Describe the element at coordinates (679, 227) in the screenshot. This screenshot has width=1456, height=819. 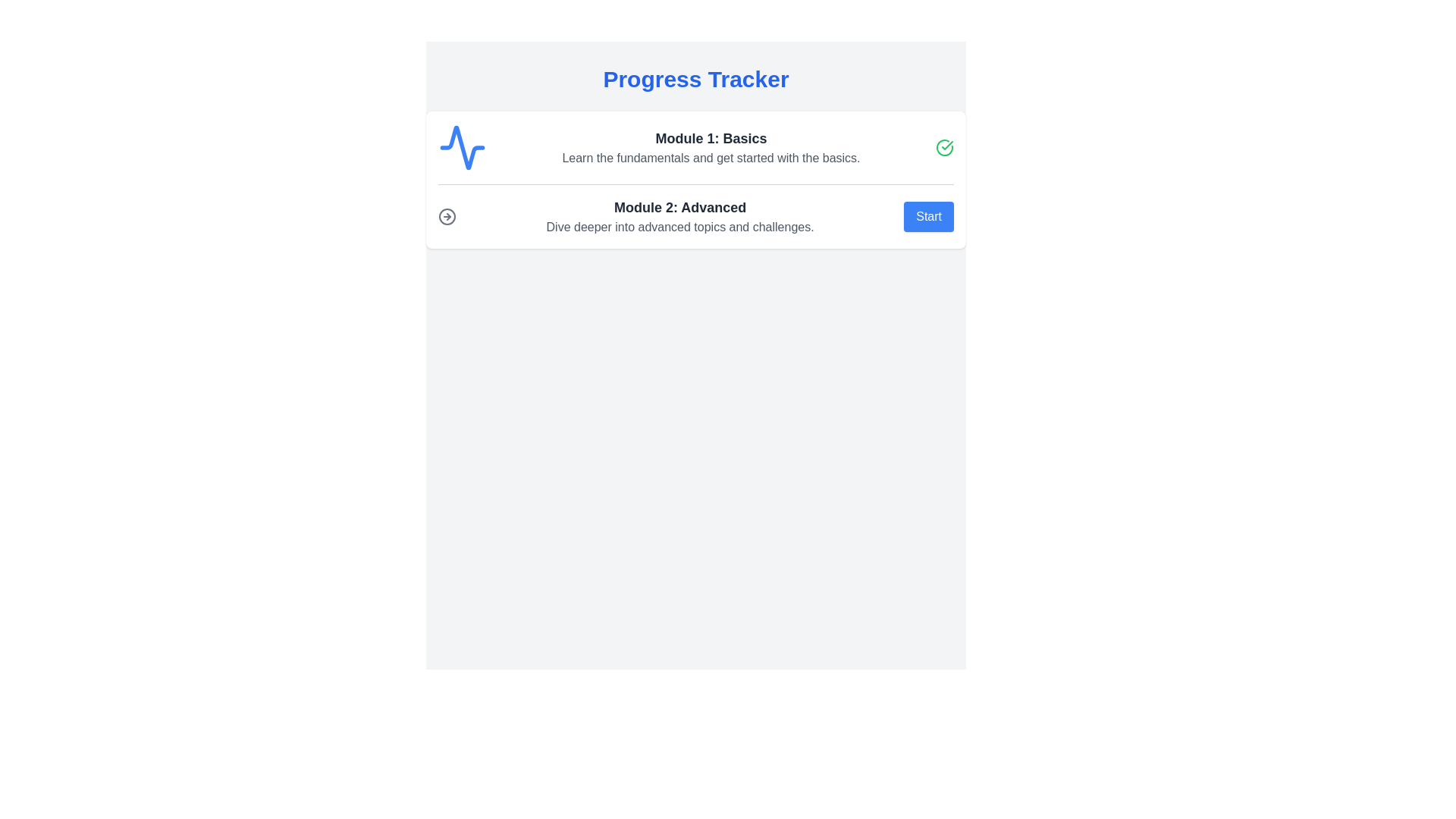
I see `informational text label located below the heading of 'Module 2: Advanced' in the Progress Tracker interface` at that location.